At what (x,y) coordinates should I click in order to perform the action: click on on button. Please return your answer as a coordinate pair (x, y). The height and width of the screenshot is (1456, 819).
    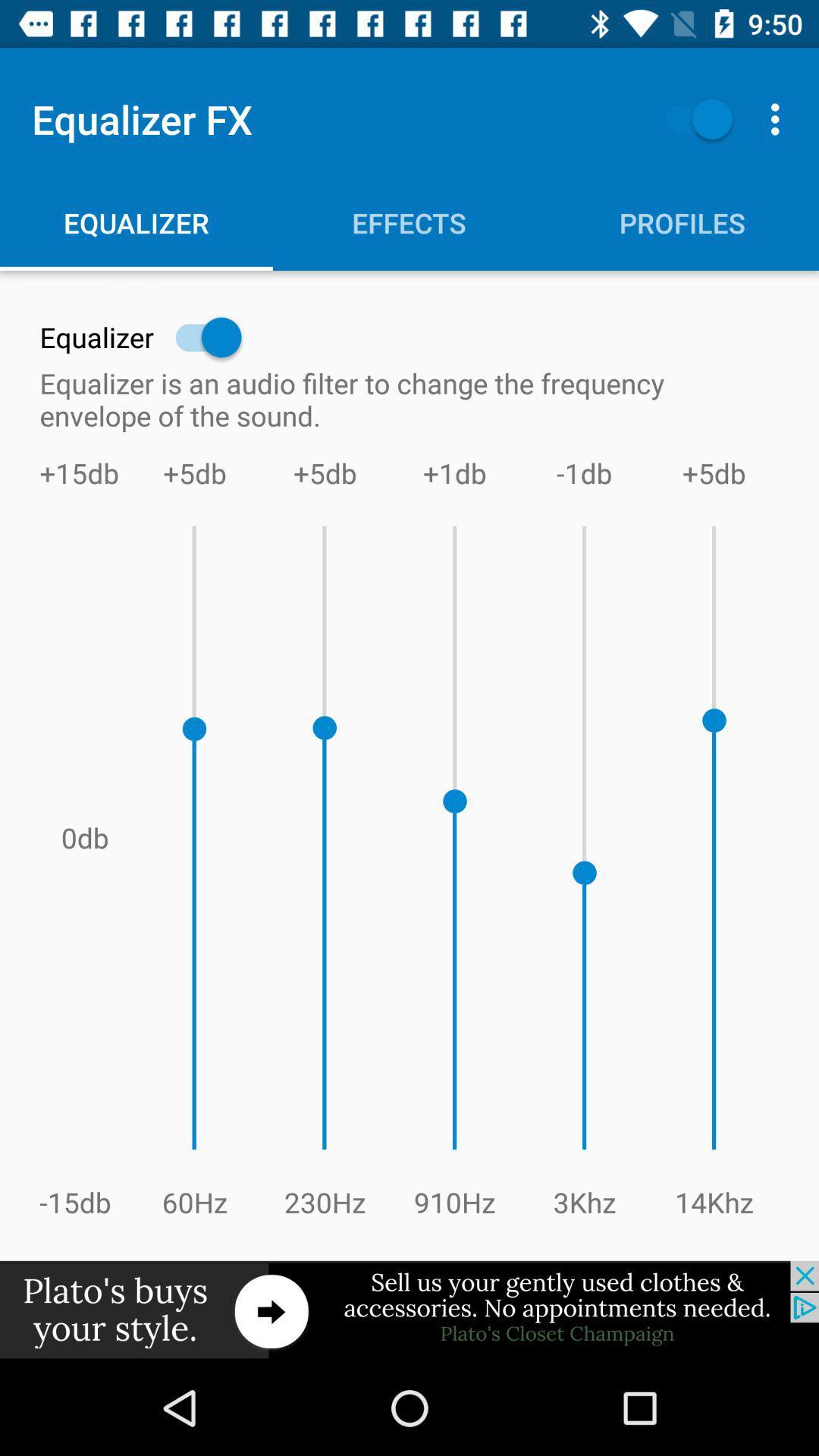
    Looking at the image, I should click on (692, 118).